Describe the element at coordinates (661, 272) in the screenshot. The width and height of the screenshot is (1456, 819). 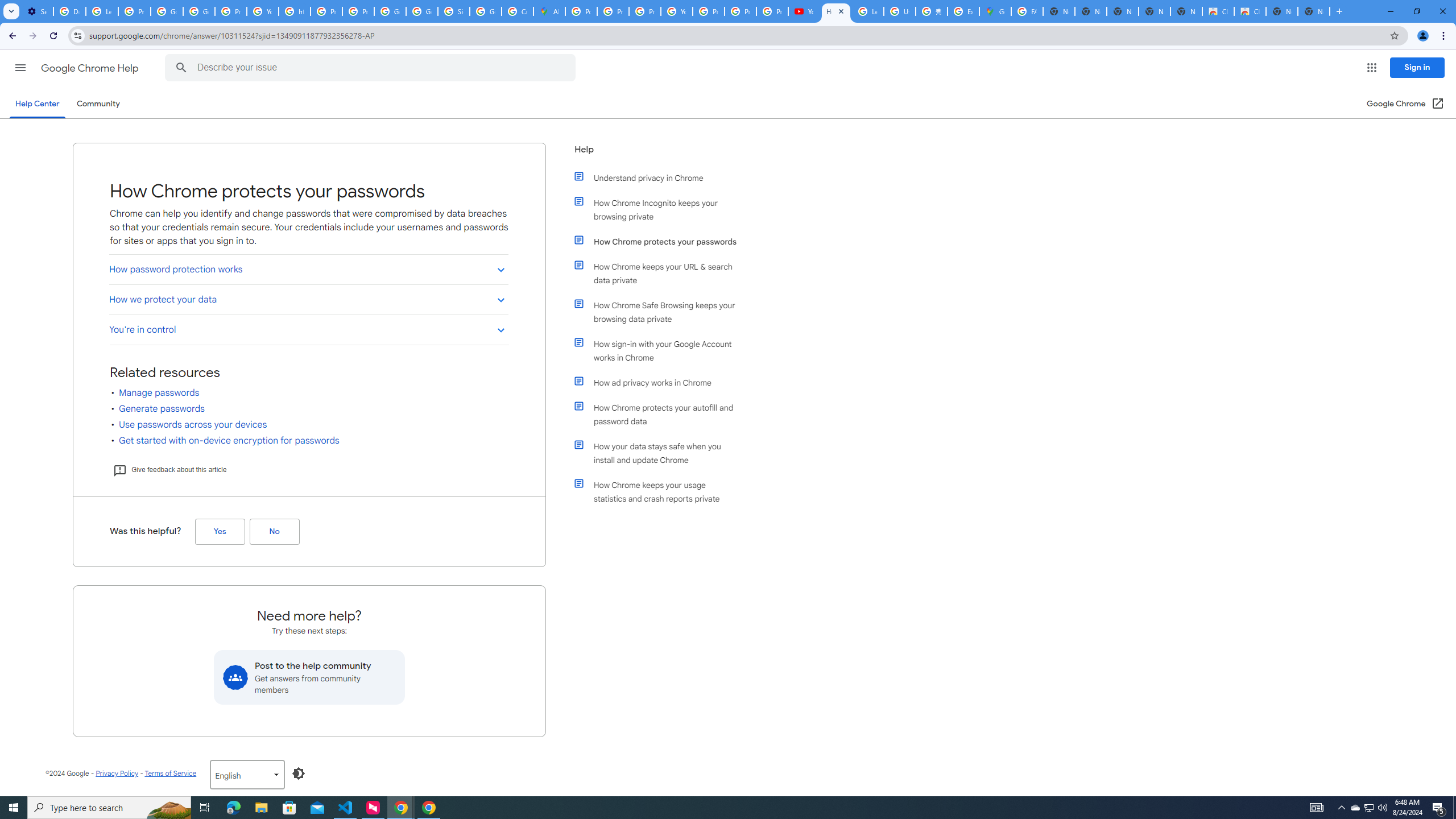
I see `'How Chrome keeps your URL & search data private'` at that location.